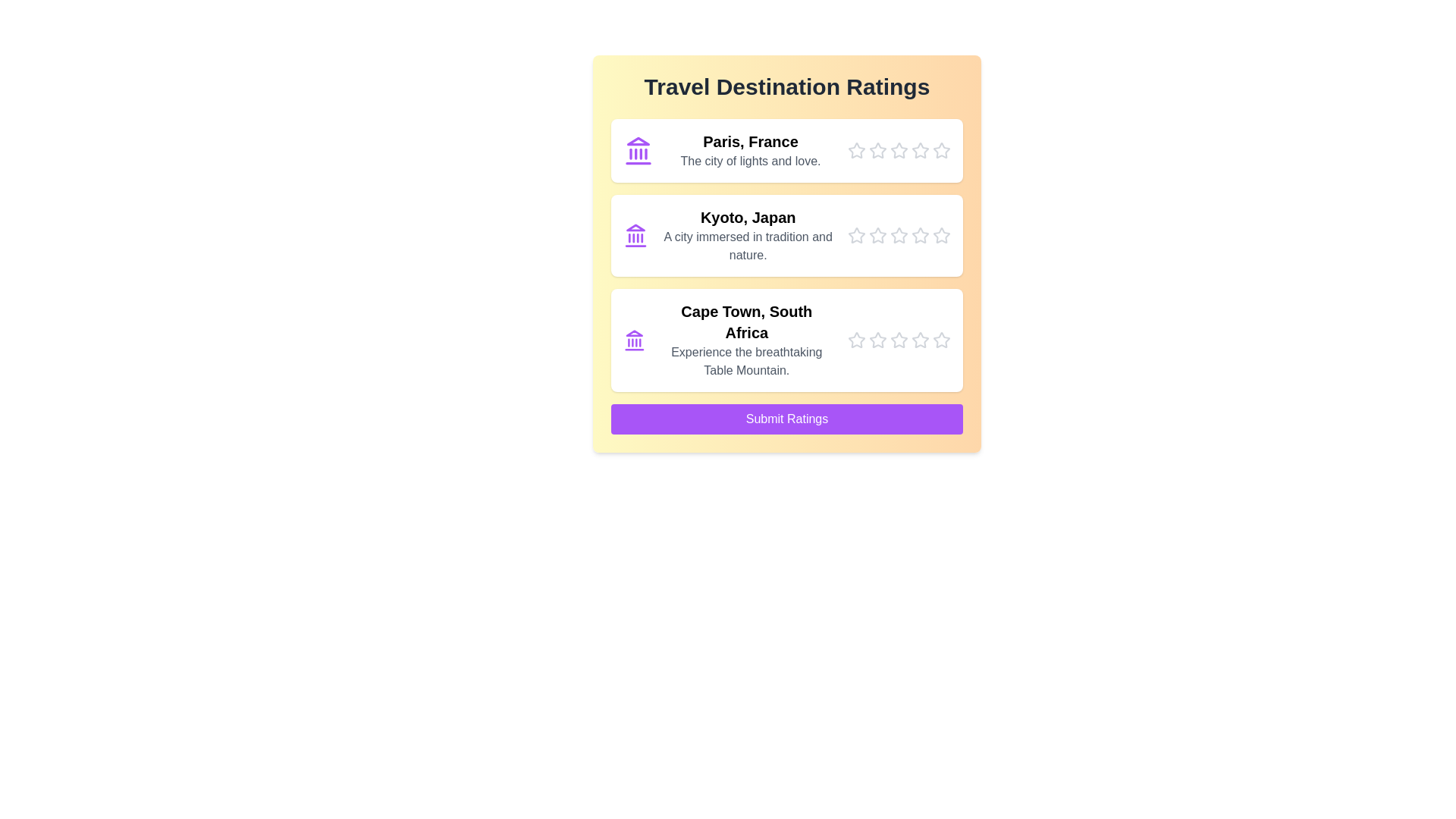 Image resolution: width=1456 pixels, height=819 pixels. What do you see at coordinates (786, 419) in the screenshot?
I see `the 'Submit Ratings' button to submit the ratings` at bounding box center [786, 419].